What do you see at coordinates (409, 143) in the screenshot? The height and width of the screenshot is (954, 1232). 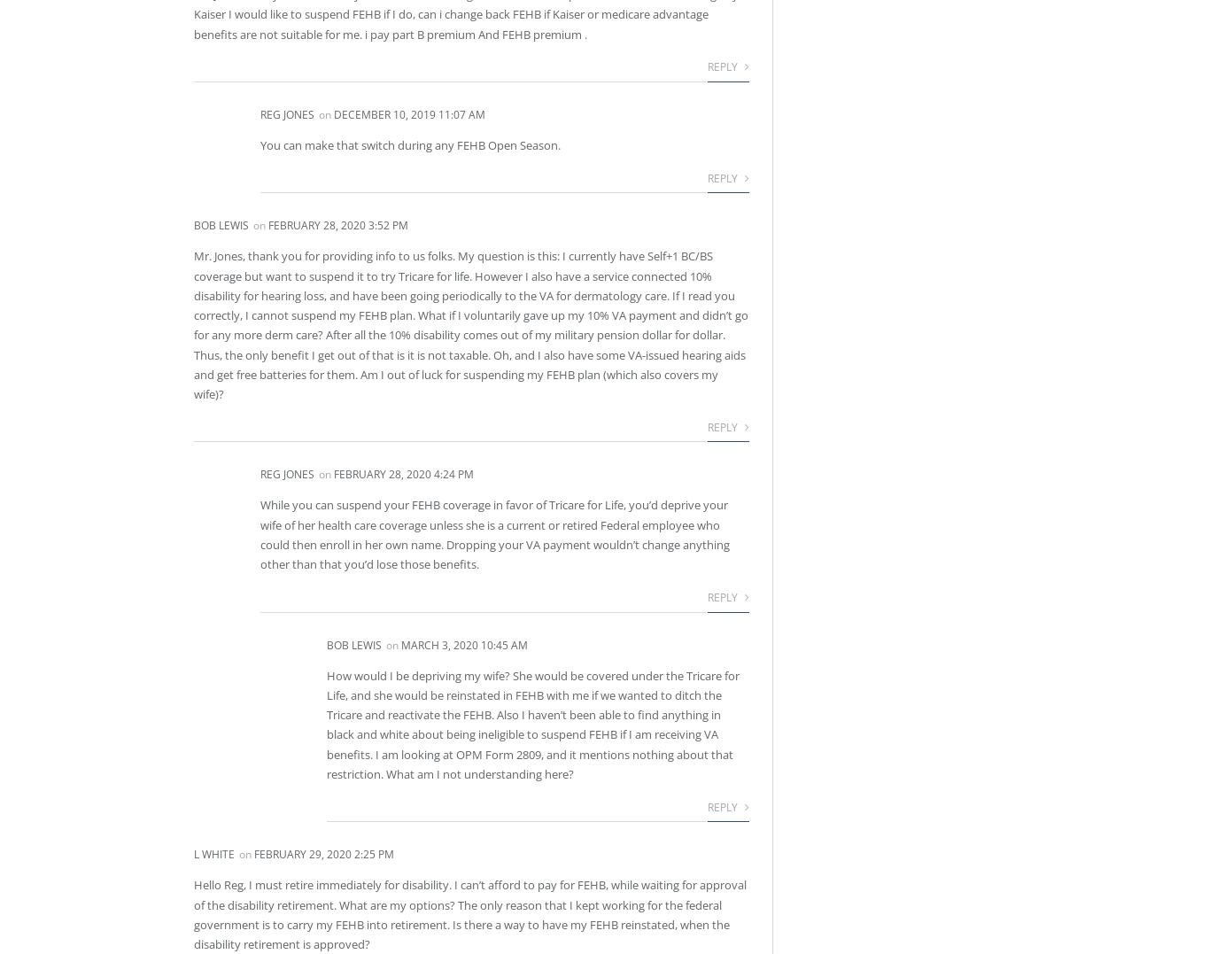 I see `'You can make that switch during any FEHB Open Season.'` at bounding box center [409, 143].